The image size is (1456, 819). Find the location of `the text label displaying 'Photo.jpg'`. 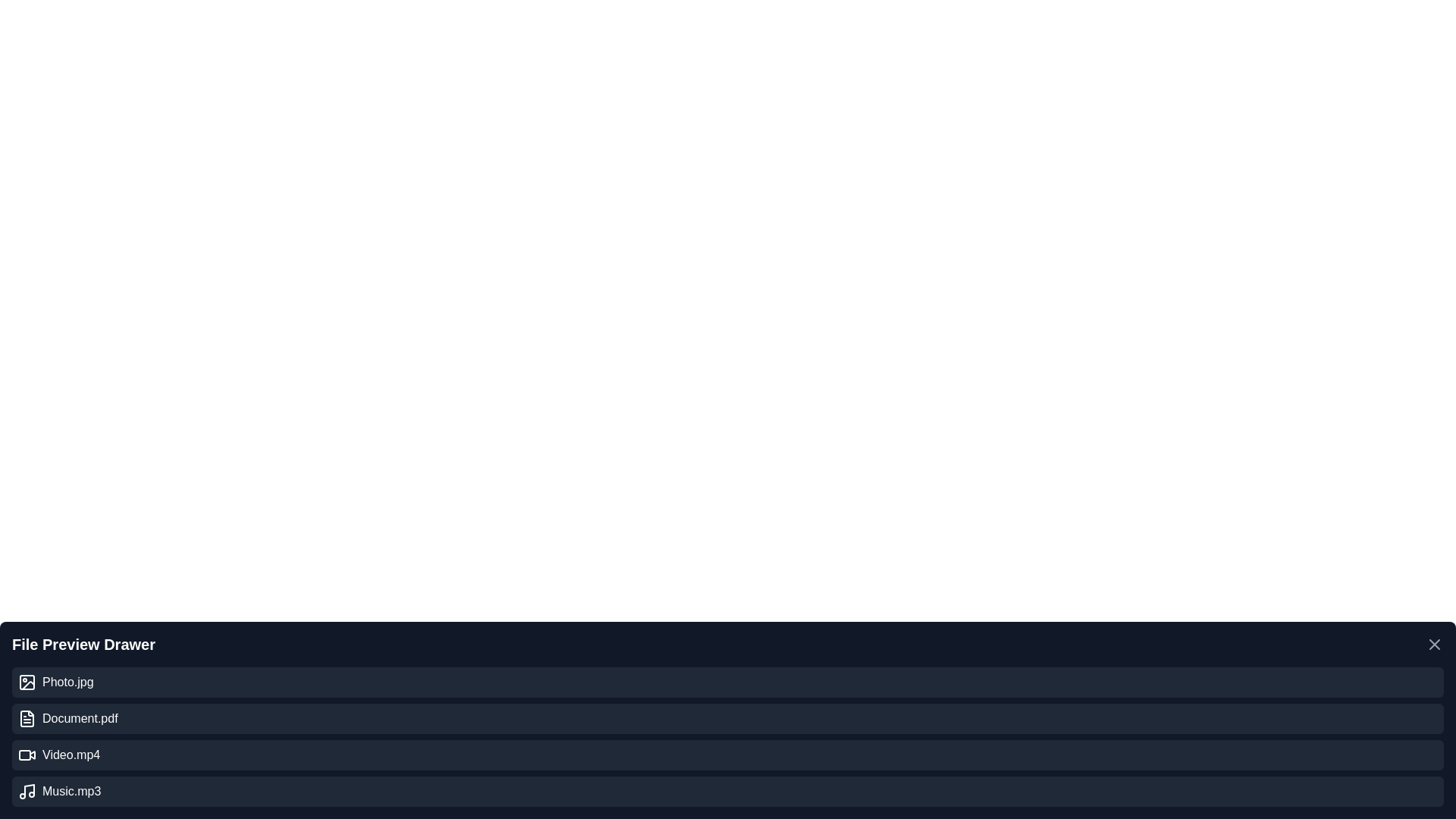

the text label displaying 'Photo.jpg' is located at coordinates (67, 681).